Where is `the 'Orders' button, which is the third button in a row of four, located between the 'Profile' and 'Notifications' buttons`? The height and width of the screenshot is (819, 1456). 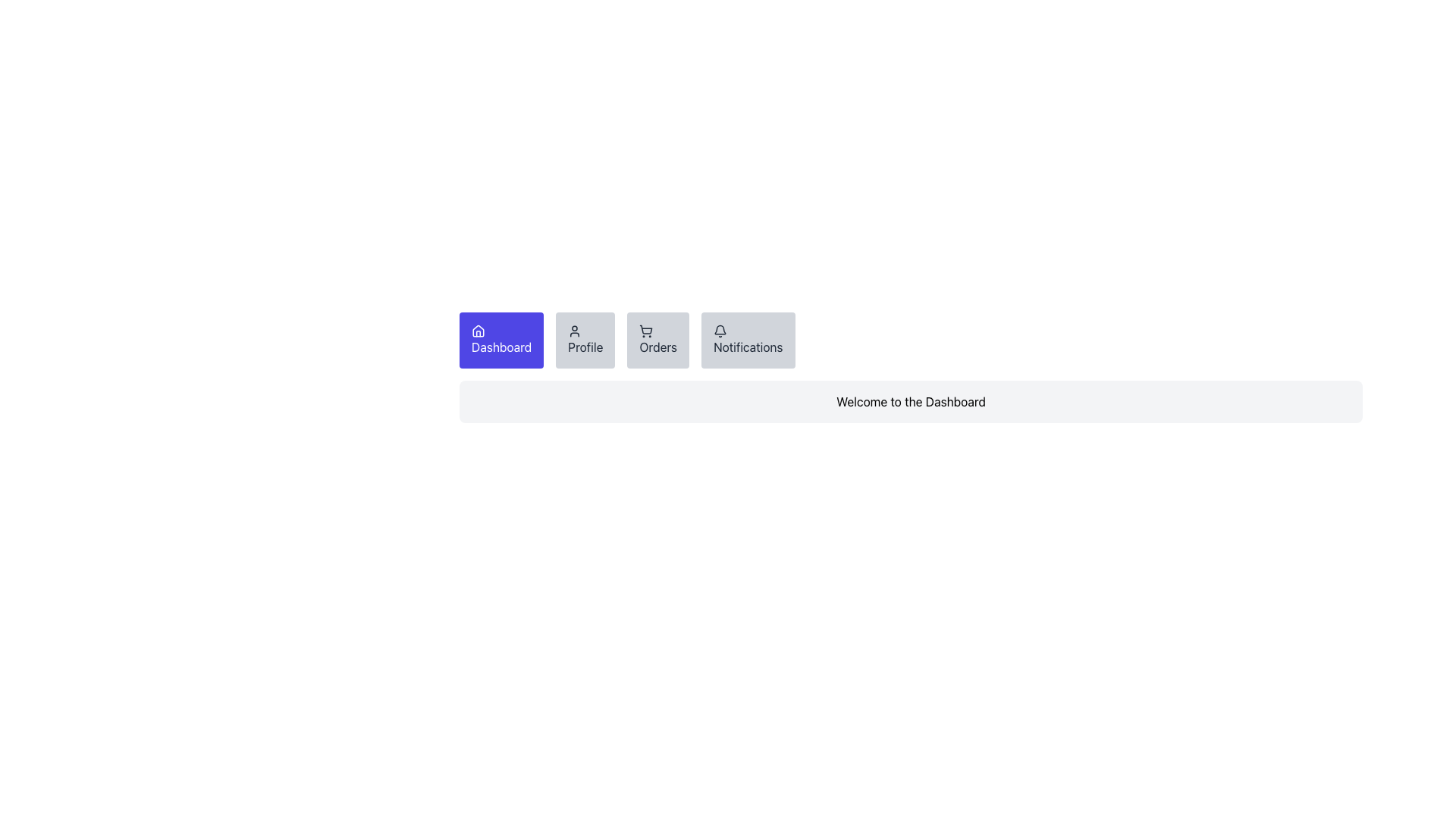
the 'Orders' button, which is the third button in a row of four, located between the 'Profile' and 'Notifications' buttons is located at coordinates (658, 339).